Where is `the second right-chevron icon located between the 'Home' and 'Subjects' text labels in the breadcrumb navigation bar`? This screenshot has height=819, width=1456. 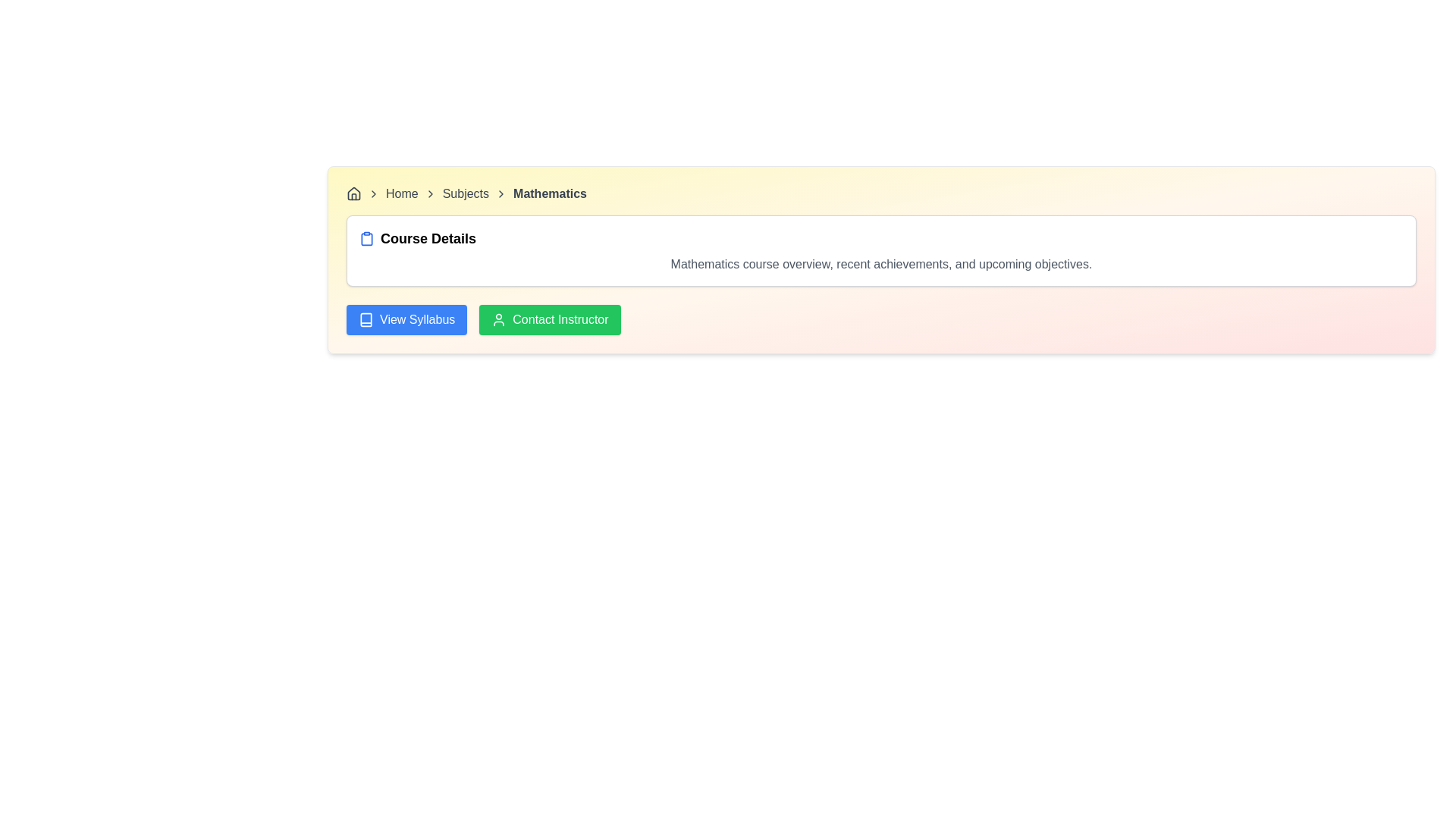
the second right-chevron icon located between the 'Home' and 'Subjects' text labels in the breadcrumb navigation bar is located at coordinates (429, 193).